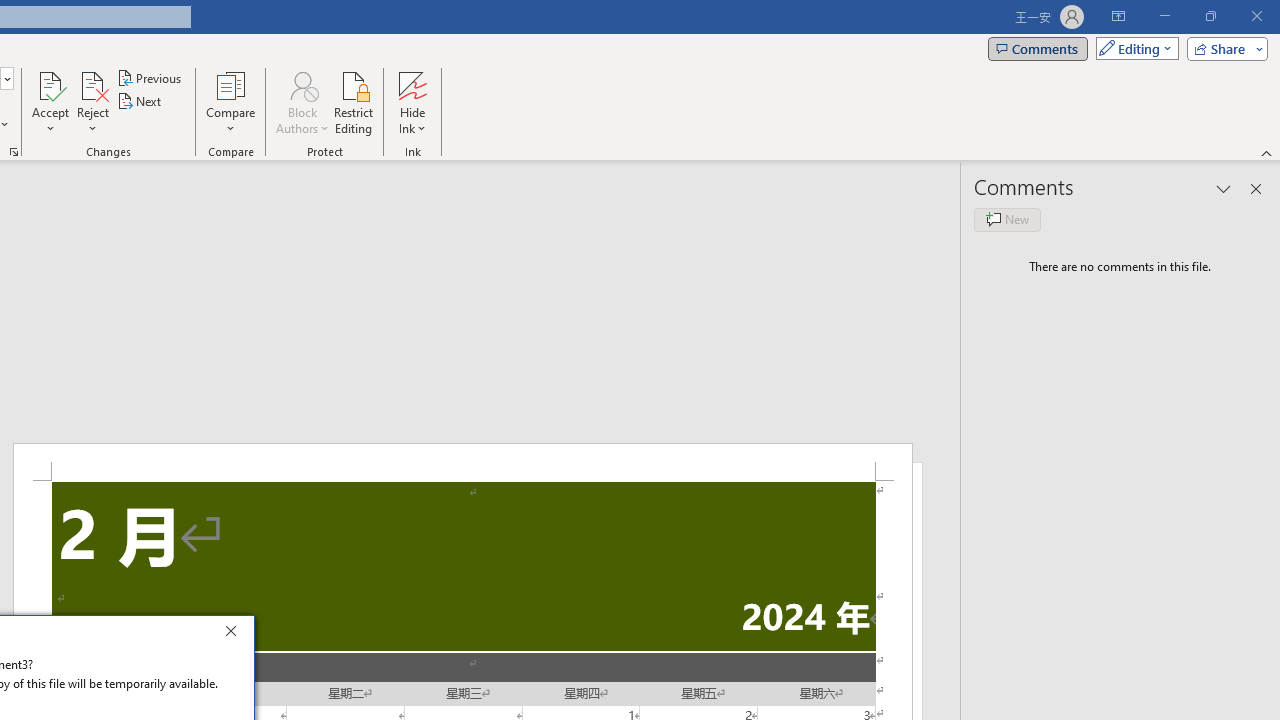 This screenshot has height=720, width=1280. I want to click on 'Hide Ink', so click(411, 103).